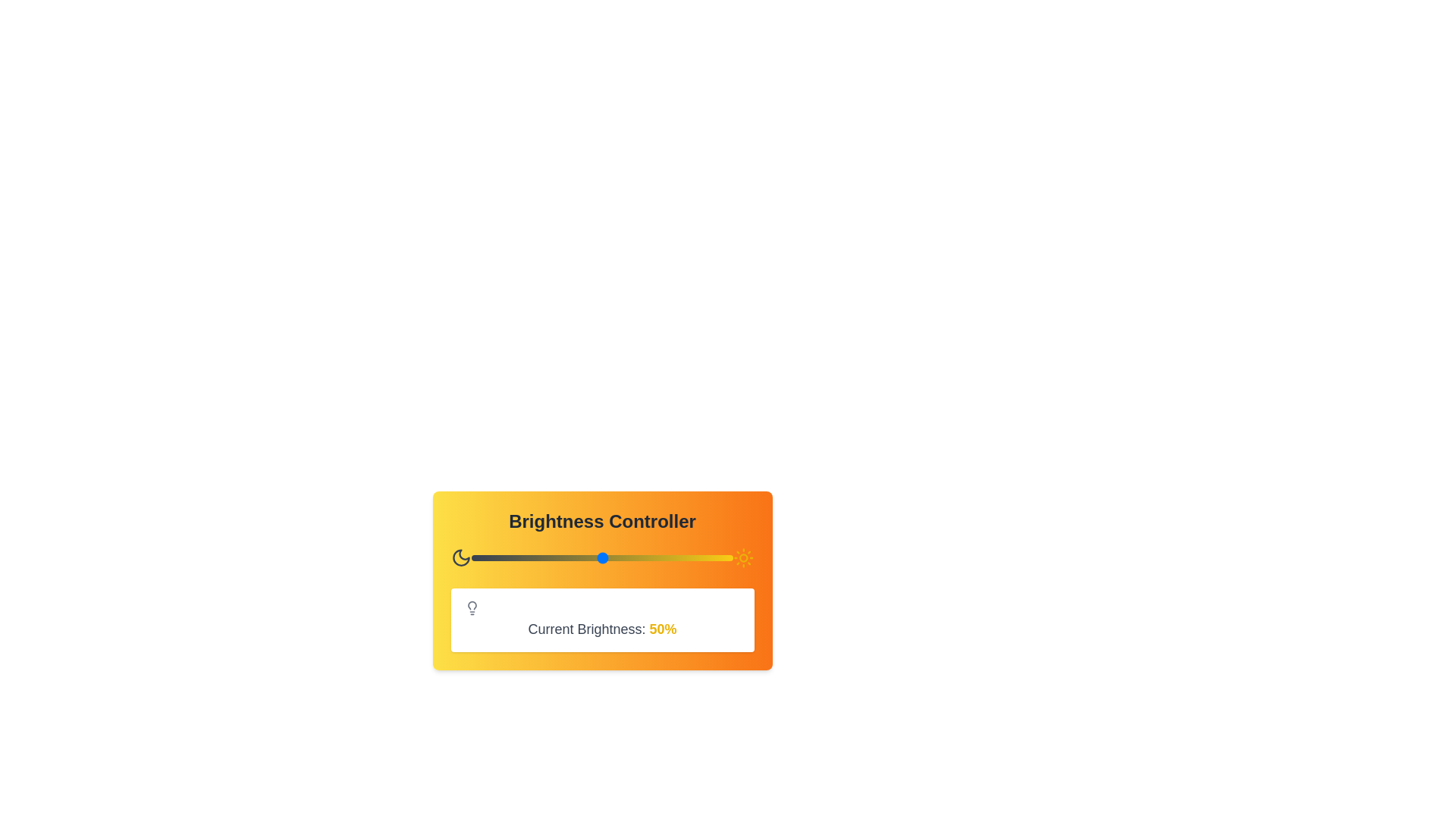  Describe the element at coordinates (516, 558) in the screenshot. I see `the brightness level to 17% by interacting with the slider` at that location.